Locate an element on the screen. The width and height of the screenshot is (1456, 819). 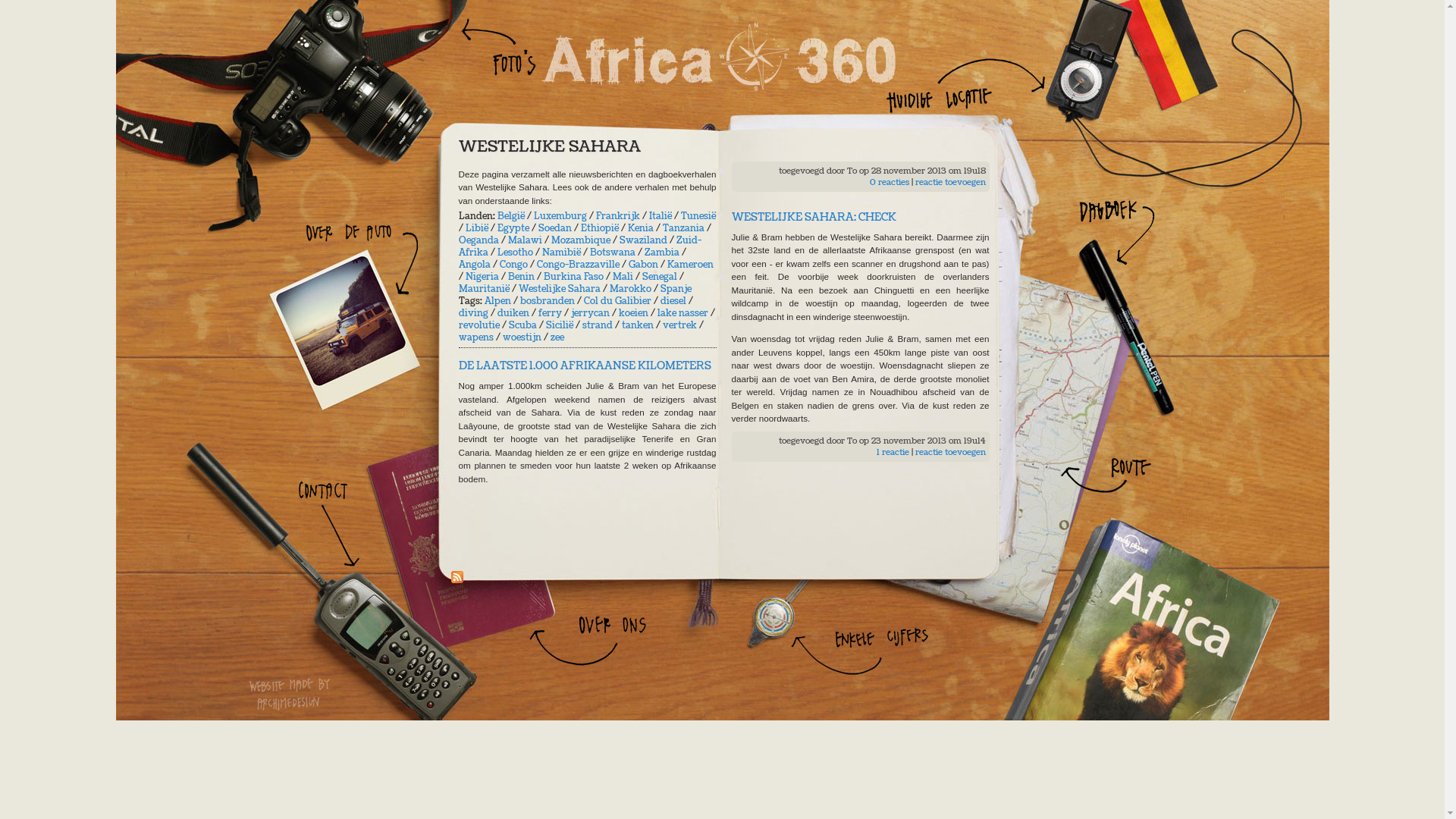
'woestijn' is located at coordinates (521, 336).